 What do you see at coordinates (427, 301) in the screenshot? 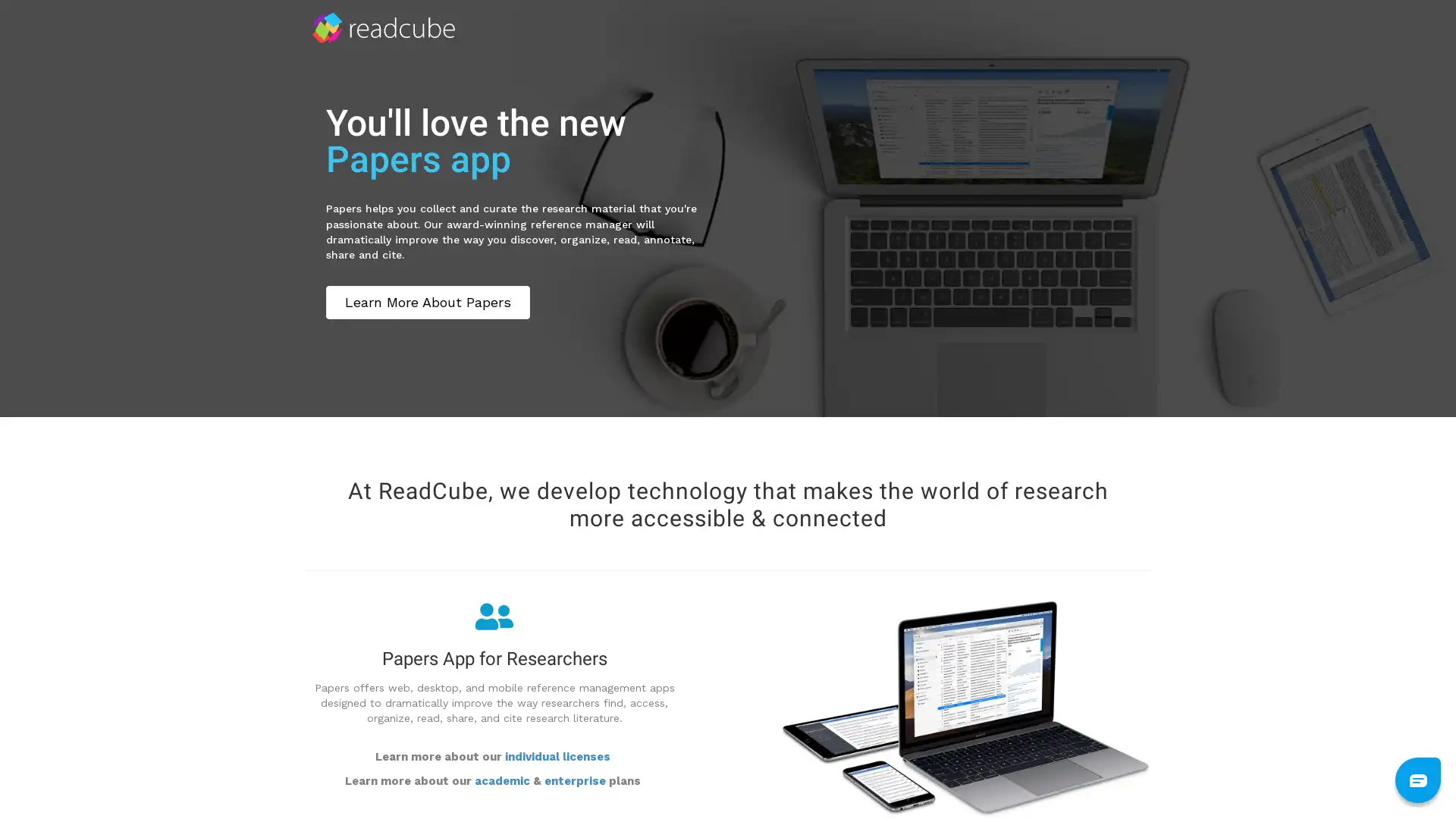
I see `Learn More About Papers` at bounding box center [427, 301].